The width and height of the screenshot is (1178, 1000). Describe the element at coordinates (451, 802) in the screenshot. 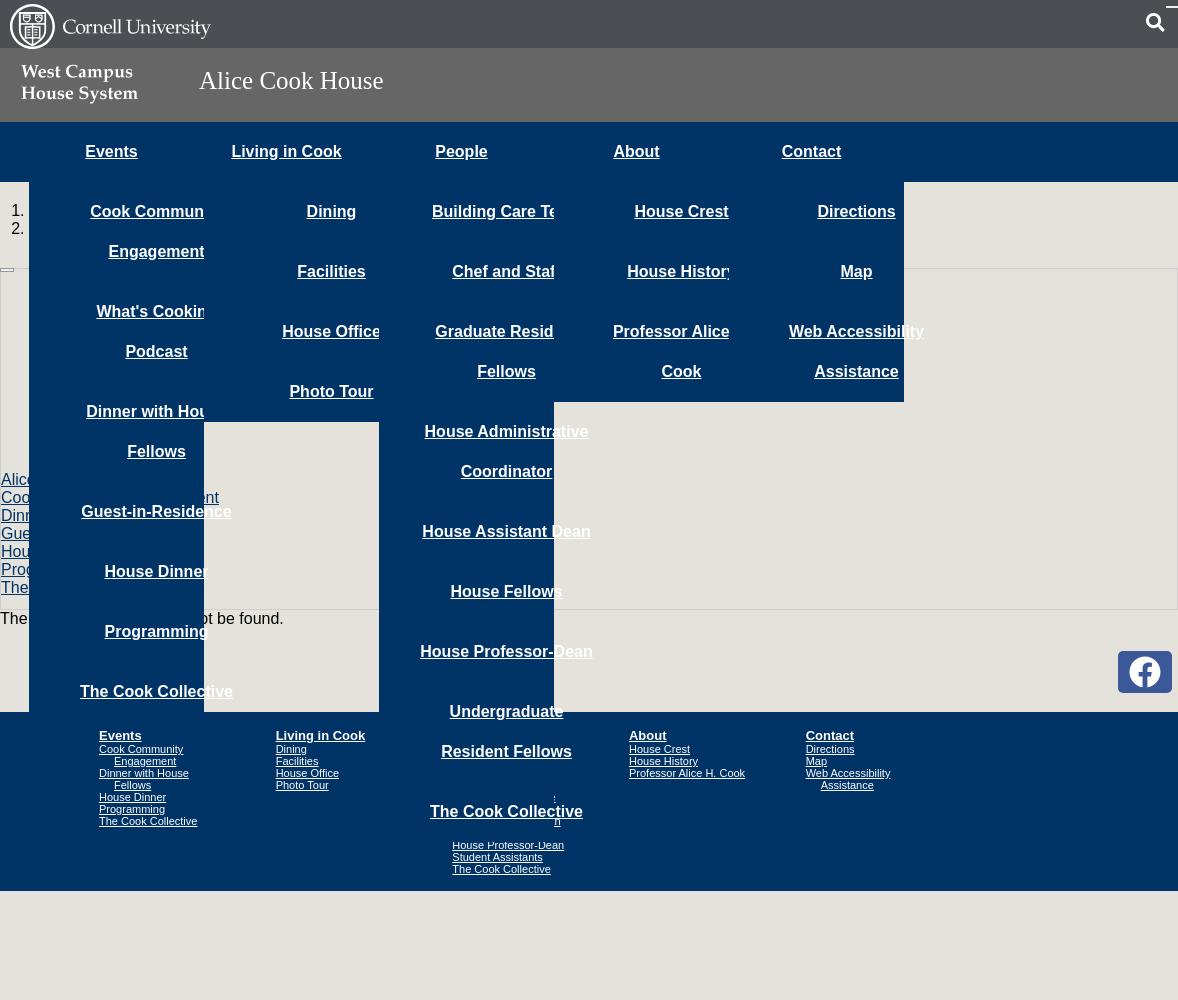

I see `'House Administrative Assistant'` at that location.